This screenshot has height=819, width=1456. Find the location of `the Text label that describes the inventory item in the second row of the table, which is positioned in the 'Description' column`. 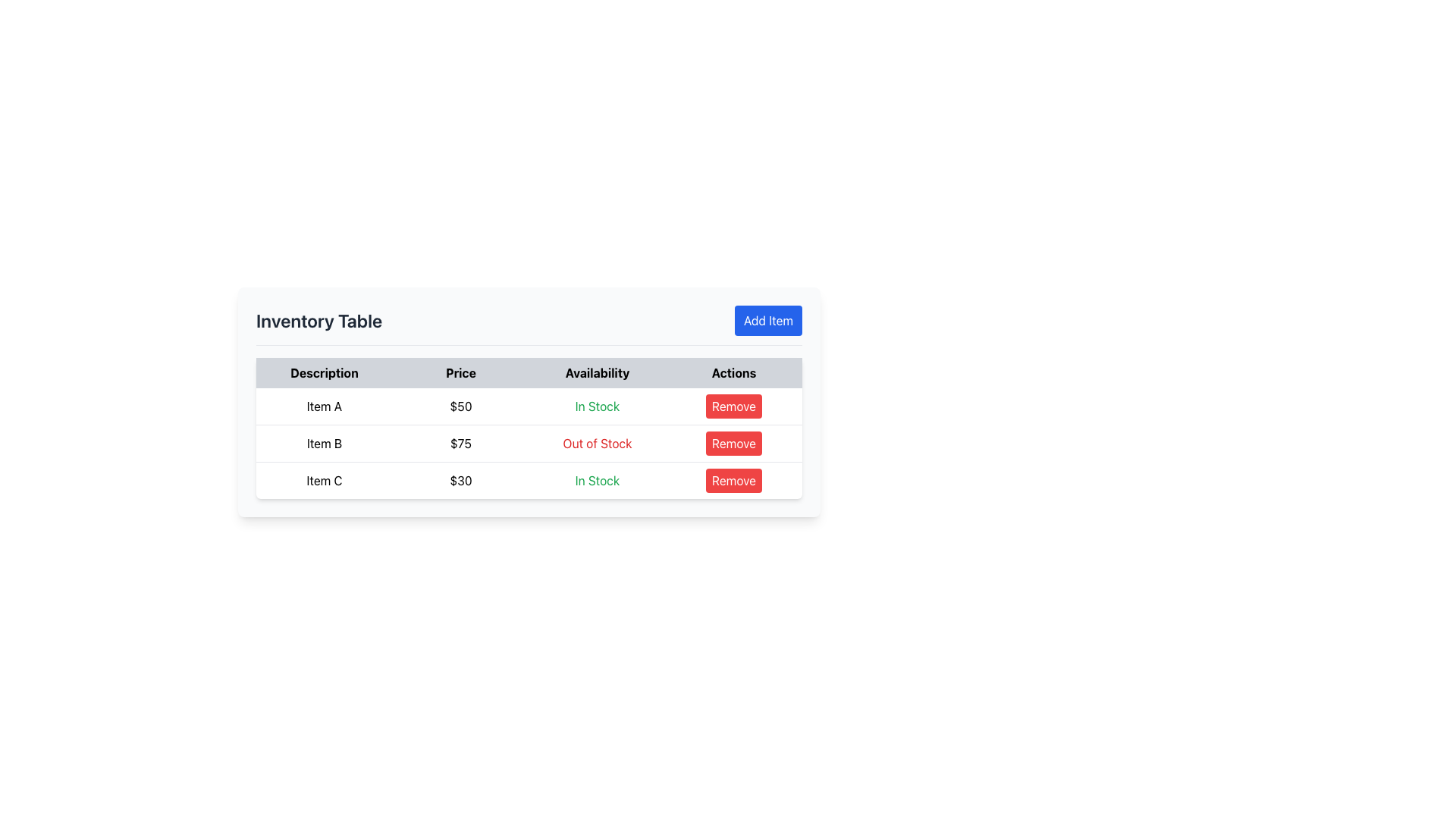

the Text label that describes the inventory item in the second row of the table, which is positioned in the 'Description' column is located at coordinates (323, 444).